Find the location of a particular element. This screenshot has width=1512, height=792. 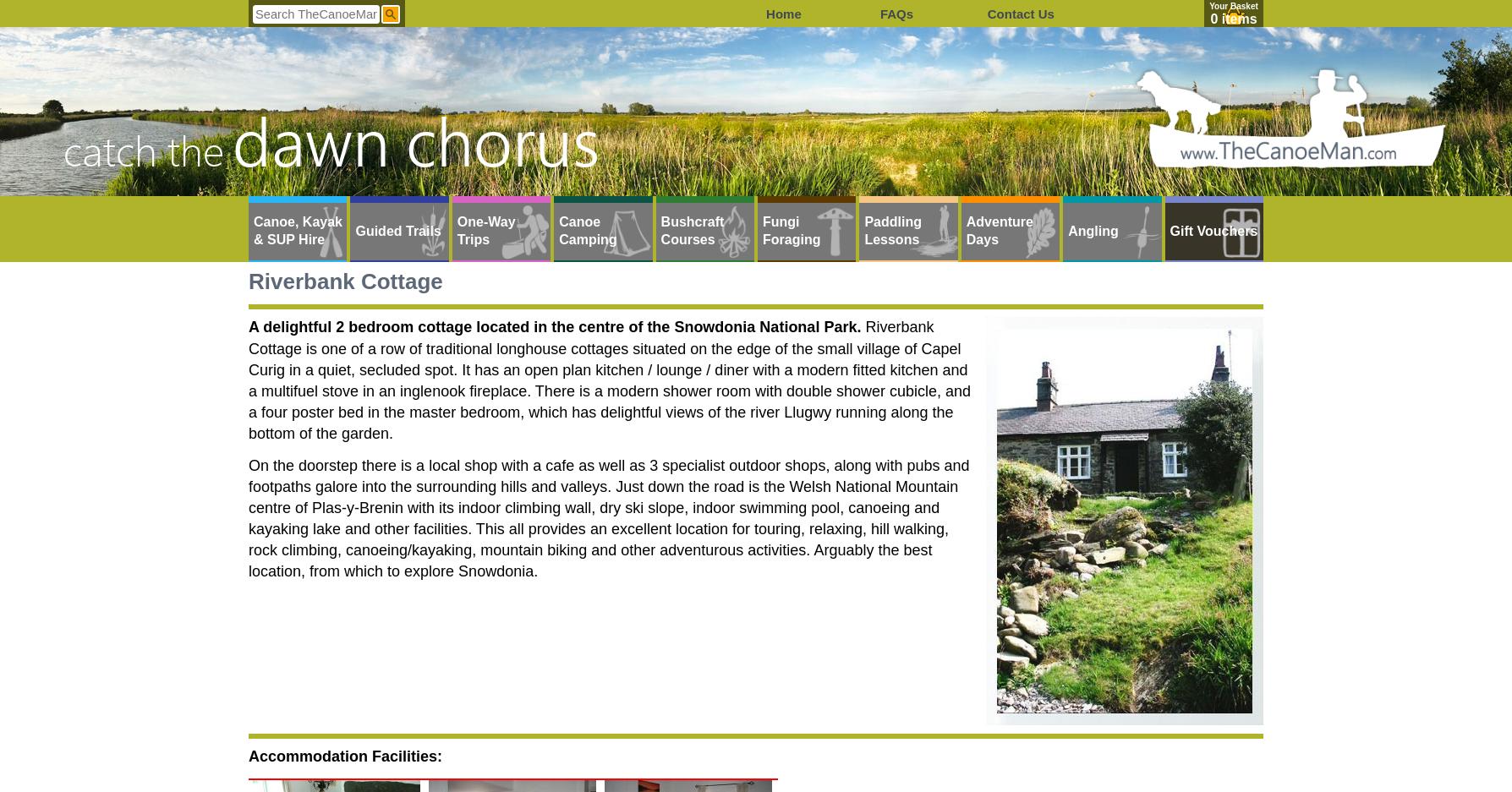

'catch the' is located at coordinates (144, 149).